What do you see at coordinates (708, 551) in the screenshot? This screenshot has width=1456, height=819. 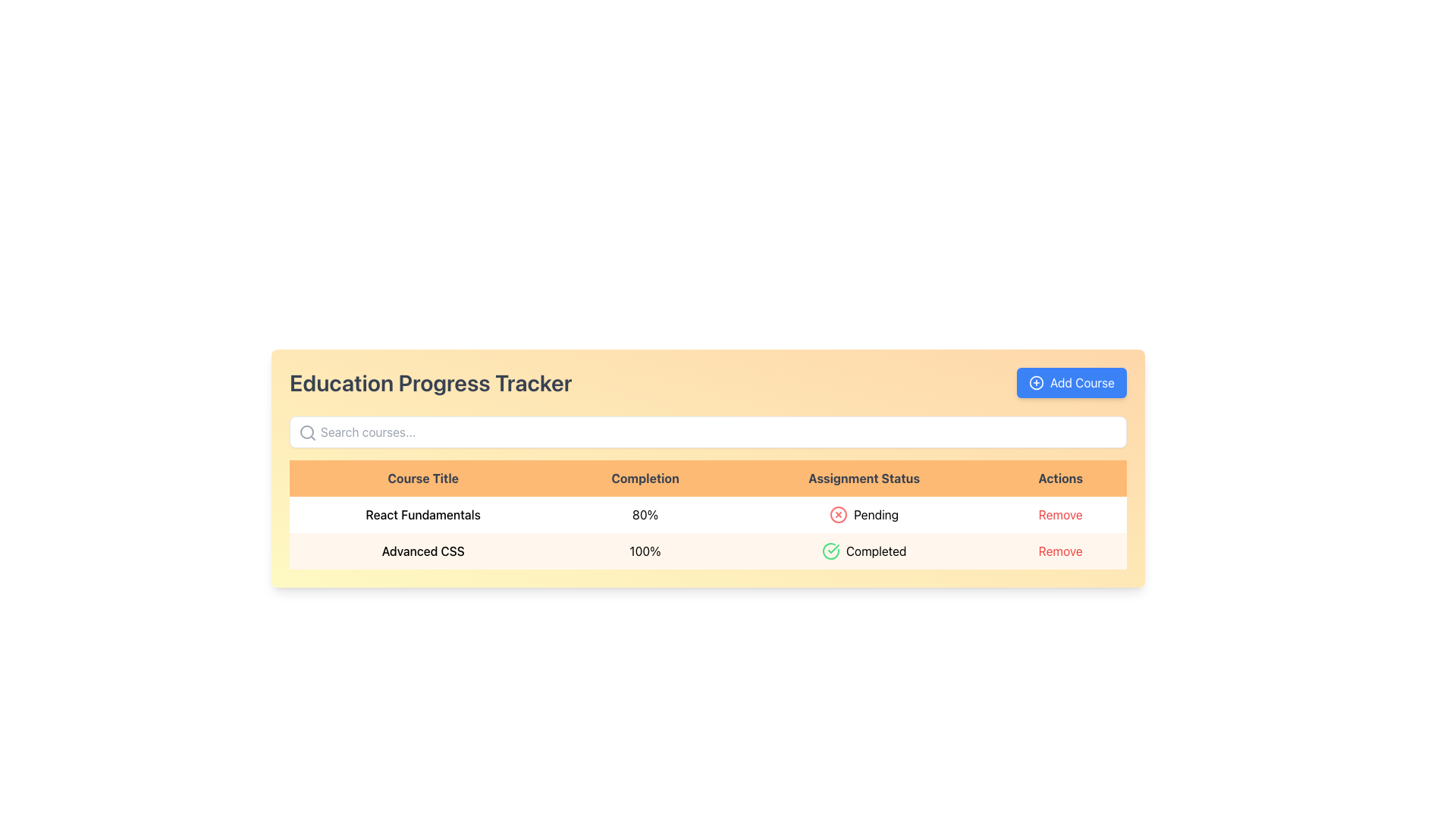 I see `the row in the data table containing 'Advanced CSS', which includes a green checkmark and the option to 'Remove', to modify the course details` at bounding box center [708, 551].